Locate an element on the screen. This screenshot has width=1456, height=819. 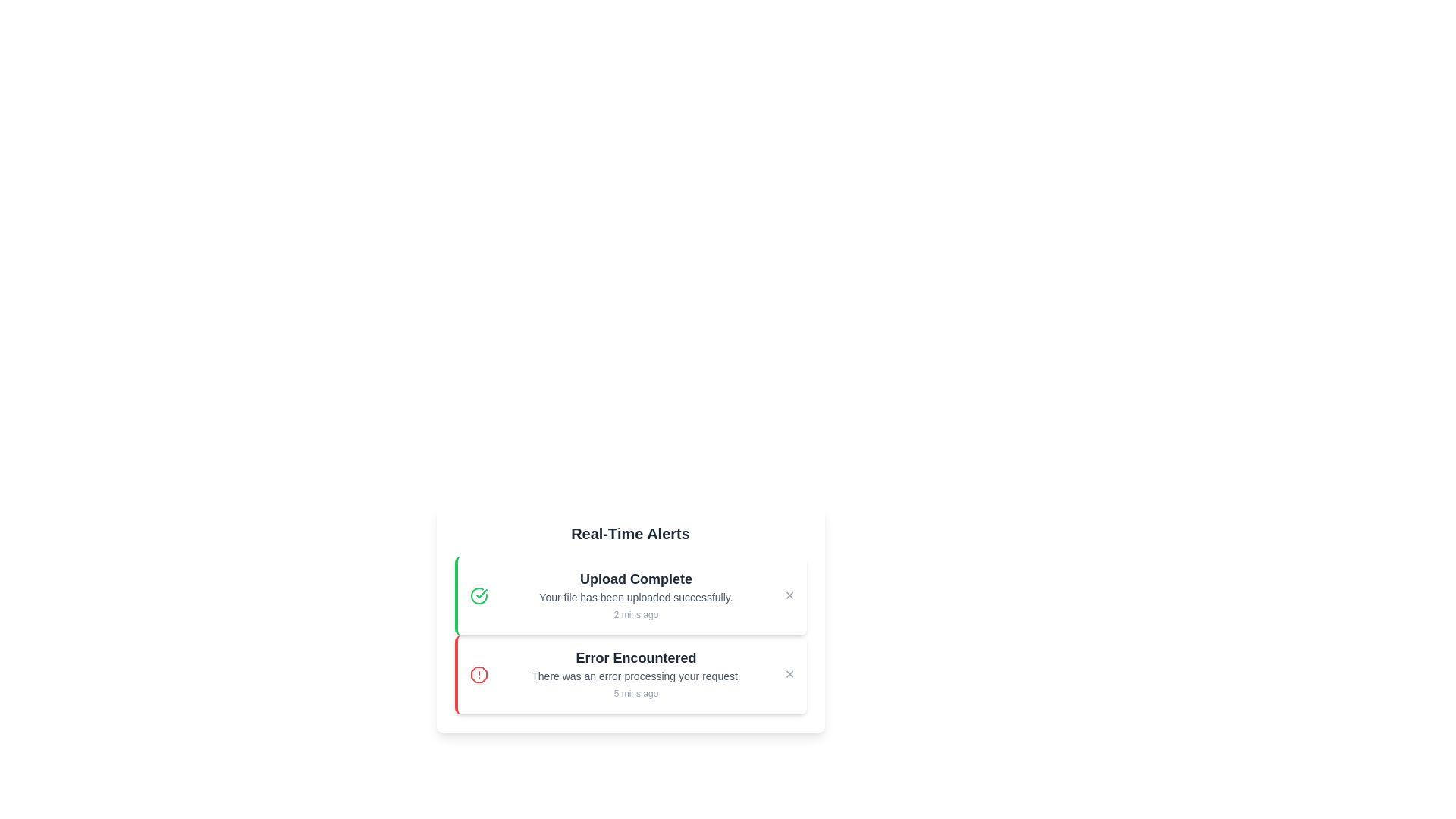
the green outlined circular icon with a checkmark that indicates completion or success, located in the top-left corner of the 'Upload Complete' notification card is located at coordinates (478, 595).